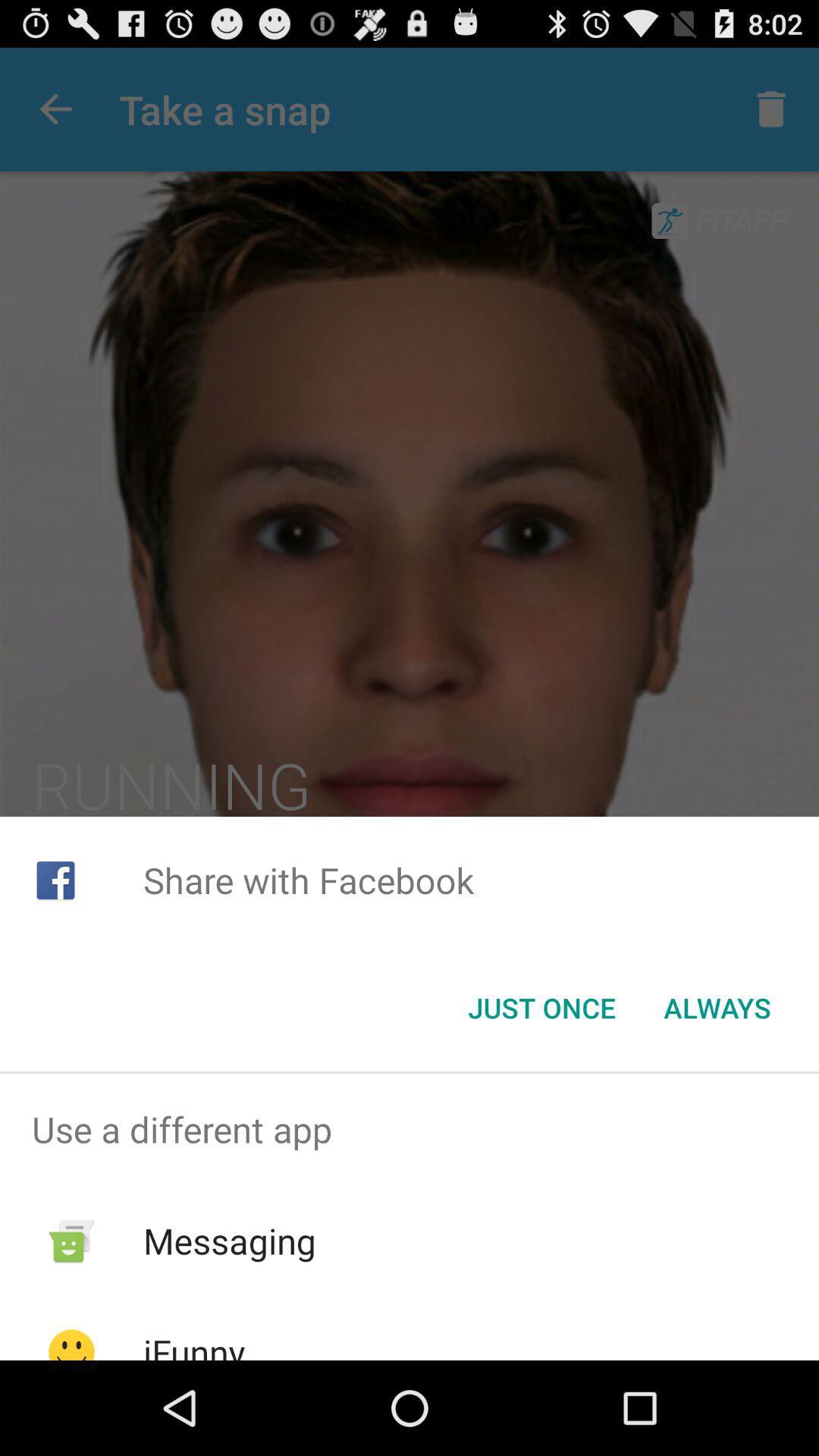  Describe the element at coordinates (230, 1241) in the screenshot. I see `the messaging item` at that location.